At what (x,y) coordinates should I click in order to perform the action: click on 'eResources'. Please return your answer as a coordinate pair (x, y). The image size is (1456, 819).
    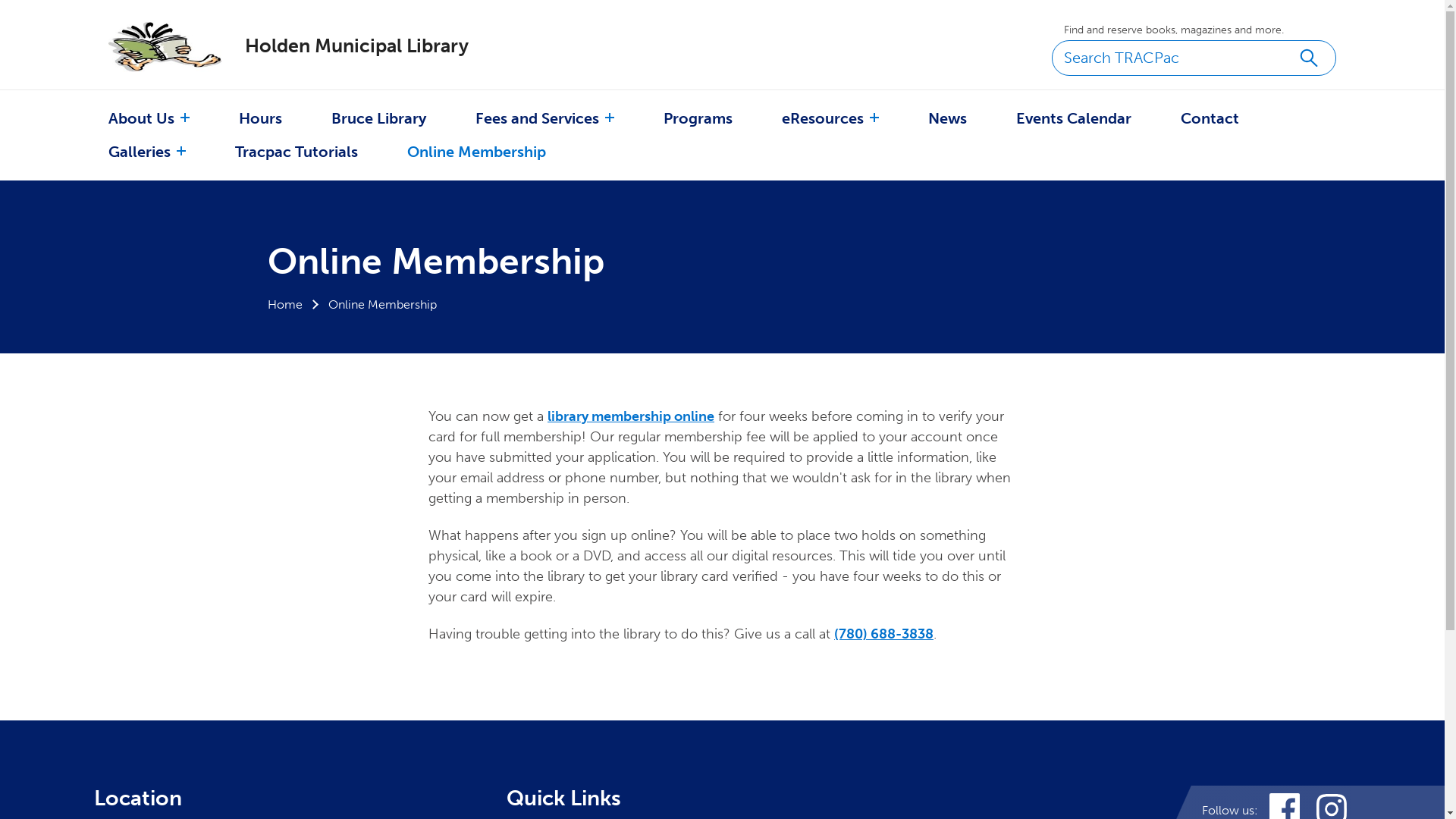
    Looking at the image, I should click on (821, 117).